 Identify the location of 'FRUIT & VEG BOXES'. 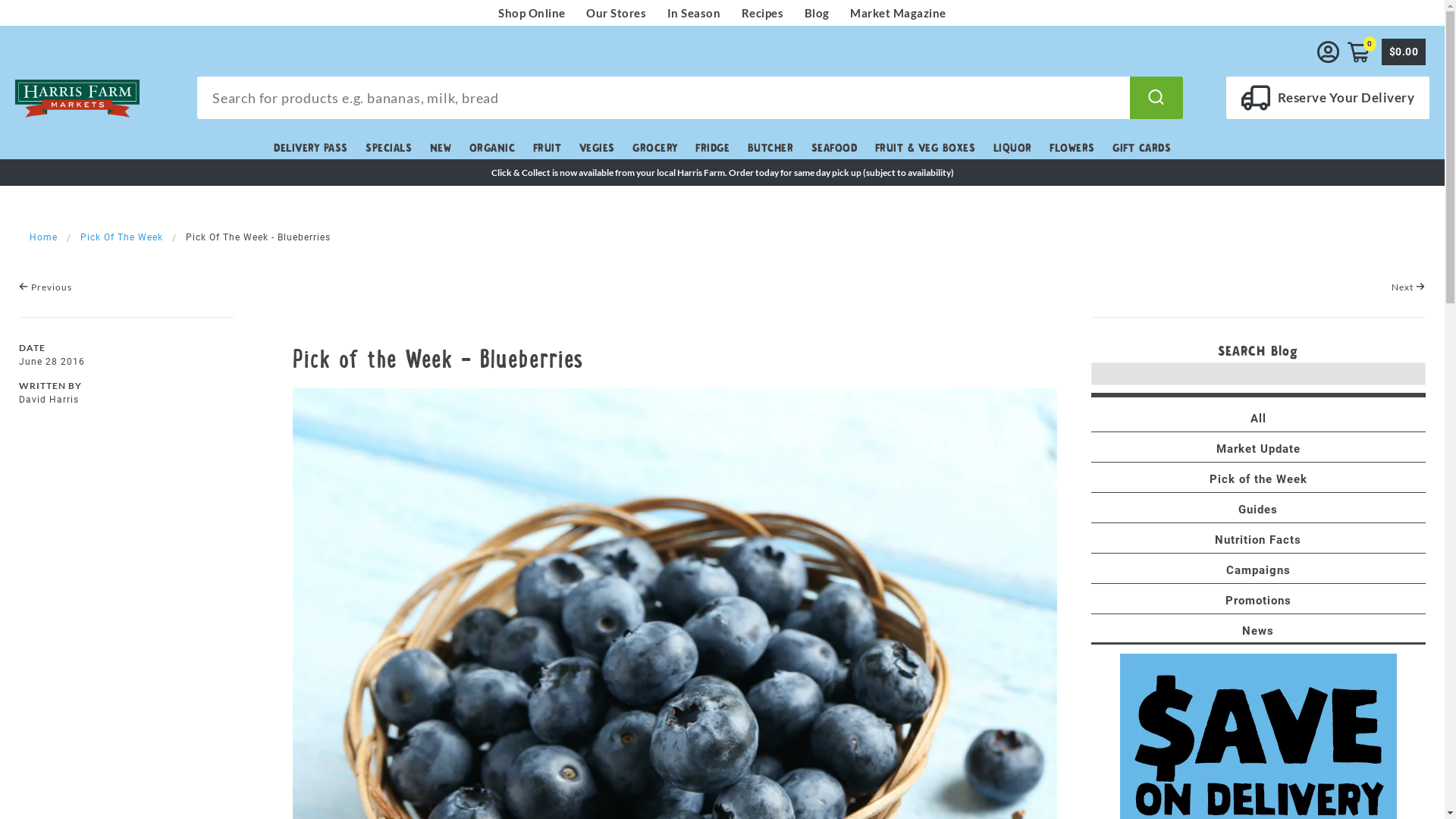
(867, 148).